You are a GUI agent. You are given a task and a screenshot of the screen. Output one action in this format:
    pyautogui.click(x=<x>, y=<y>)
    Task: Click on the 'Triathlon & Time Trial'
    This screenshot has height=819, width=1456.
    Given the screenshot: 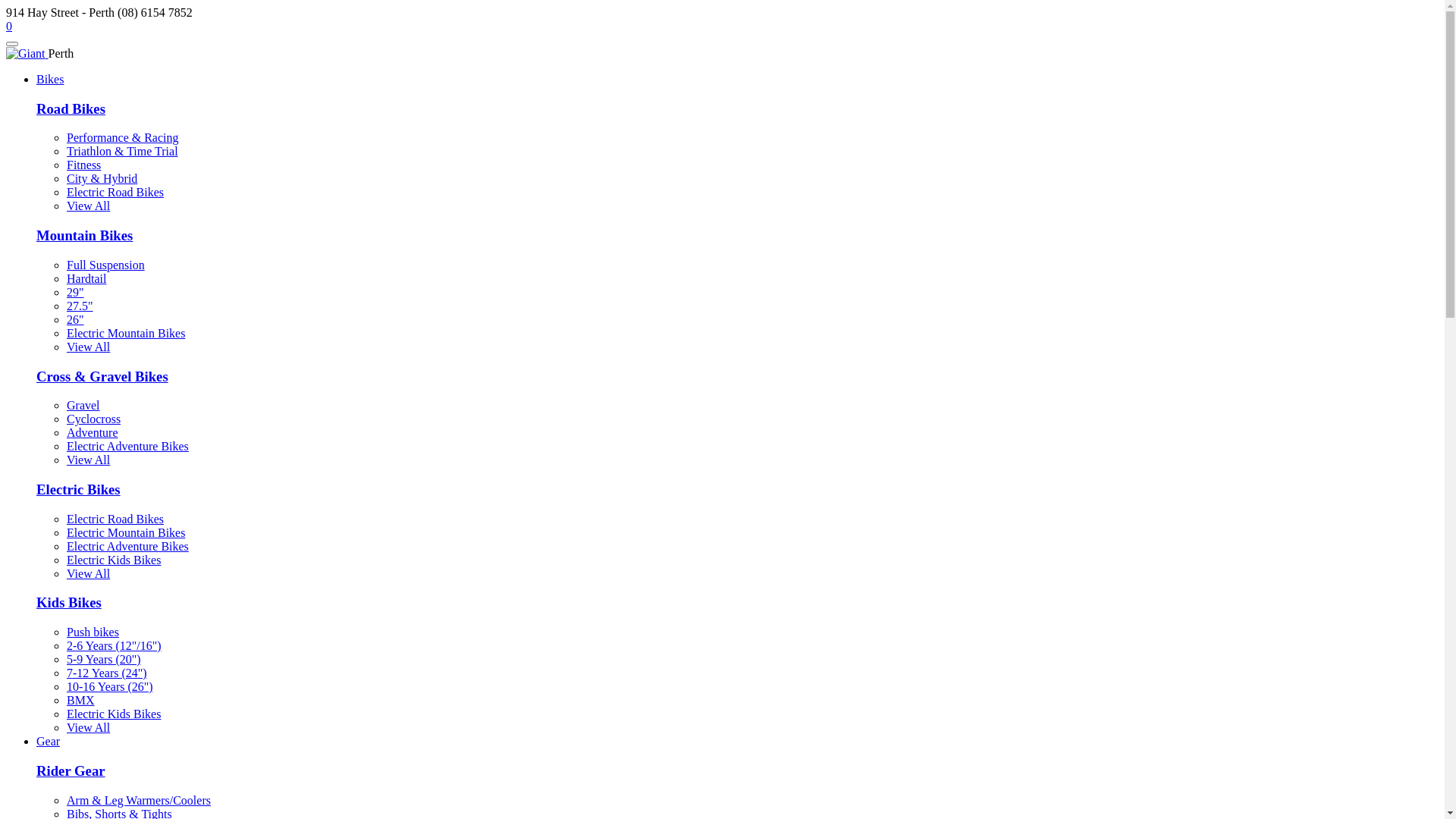 What is the action you would take?
    pyautogui.click(x=122, y=151)
    